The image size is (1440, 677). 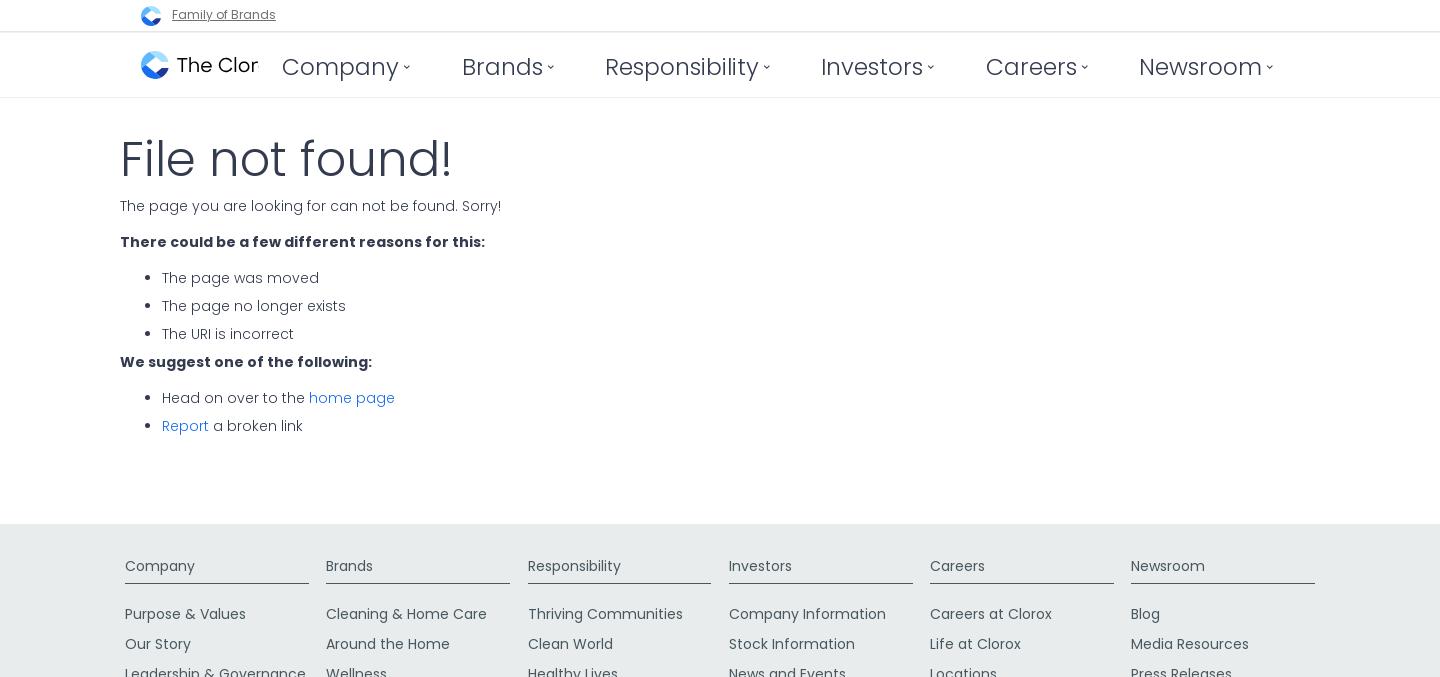 What do you see at coordinates (405, 613) in the screenshot?
I see `'Cleaning & Home Care'` at bounding box center [405, 613].